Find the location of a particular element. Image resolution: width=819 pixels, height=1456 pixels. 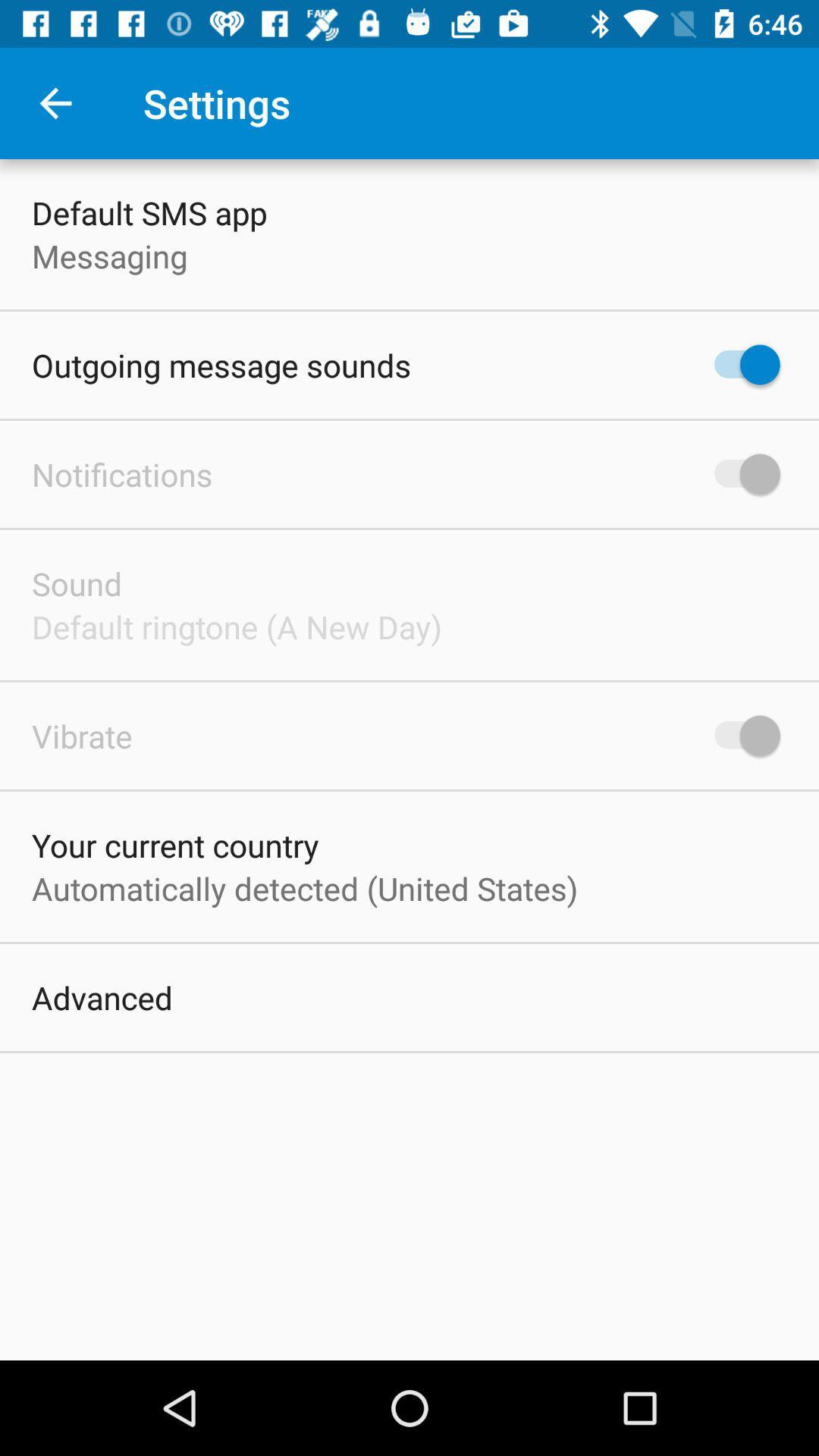

the icon above the vibrate icon is located at coordinates (237, 626).